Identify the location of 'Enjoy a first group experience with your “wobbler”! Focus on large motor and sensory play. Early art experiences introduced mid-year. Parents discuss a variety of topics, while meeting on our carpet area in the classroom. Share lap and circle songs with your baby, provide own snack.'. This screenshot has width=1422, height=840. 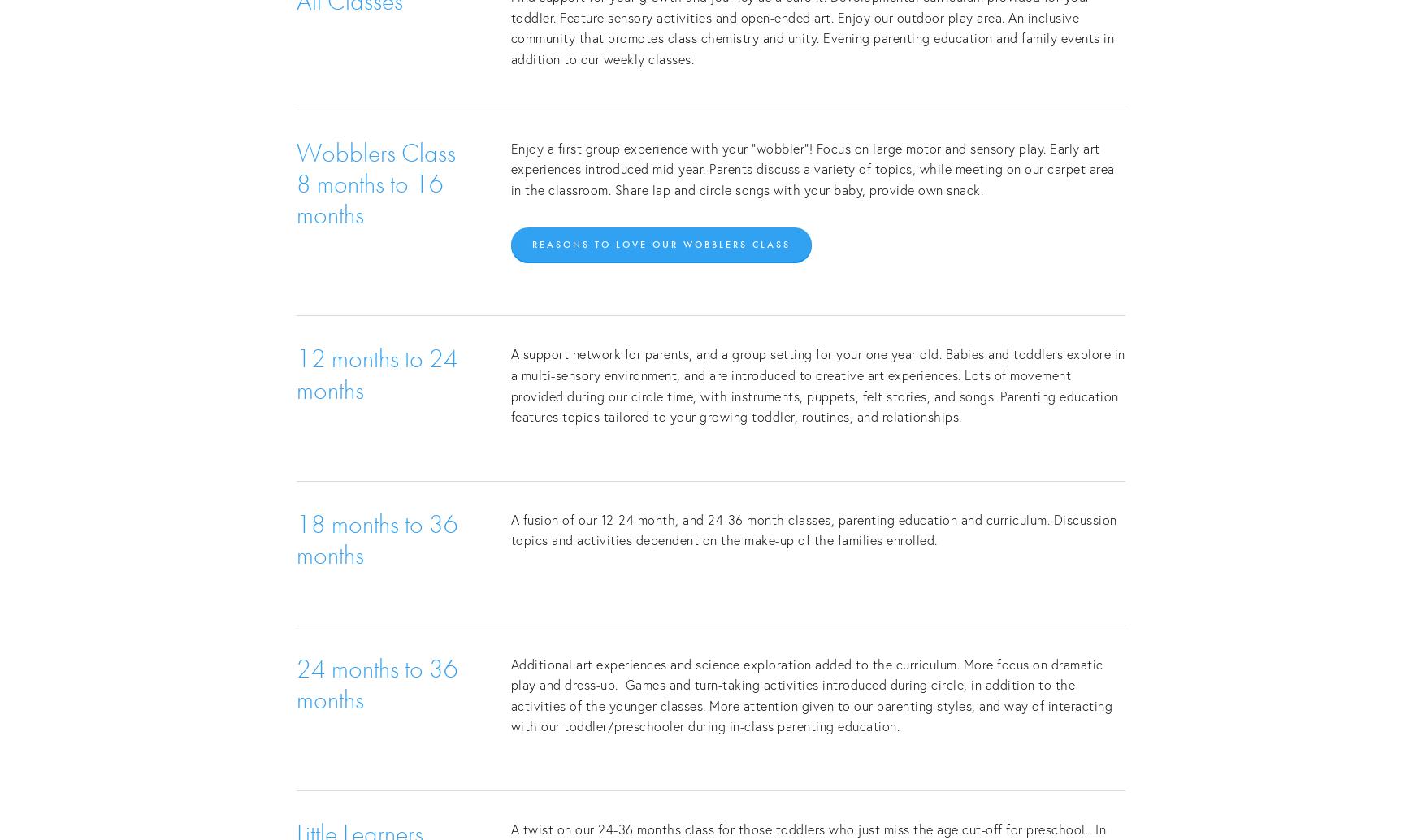
(813, 168).